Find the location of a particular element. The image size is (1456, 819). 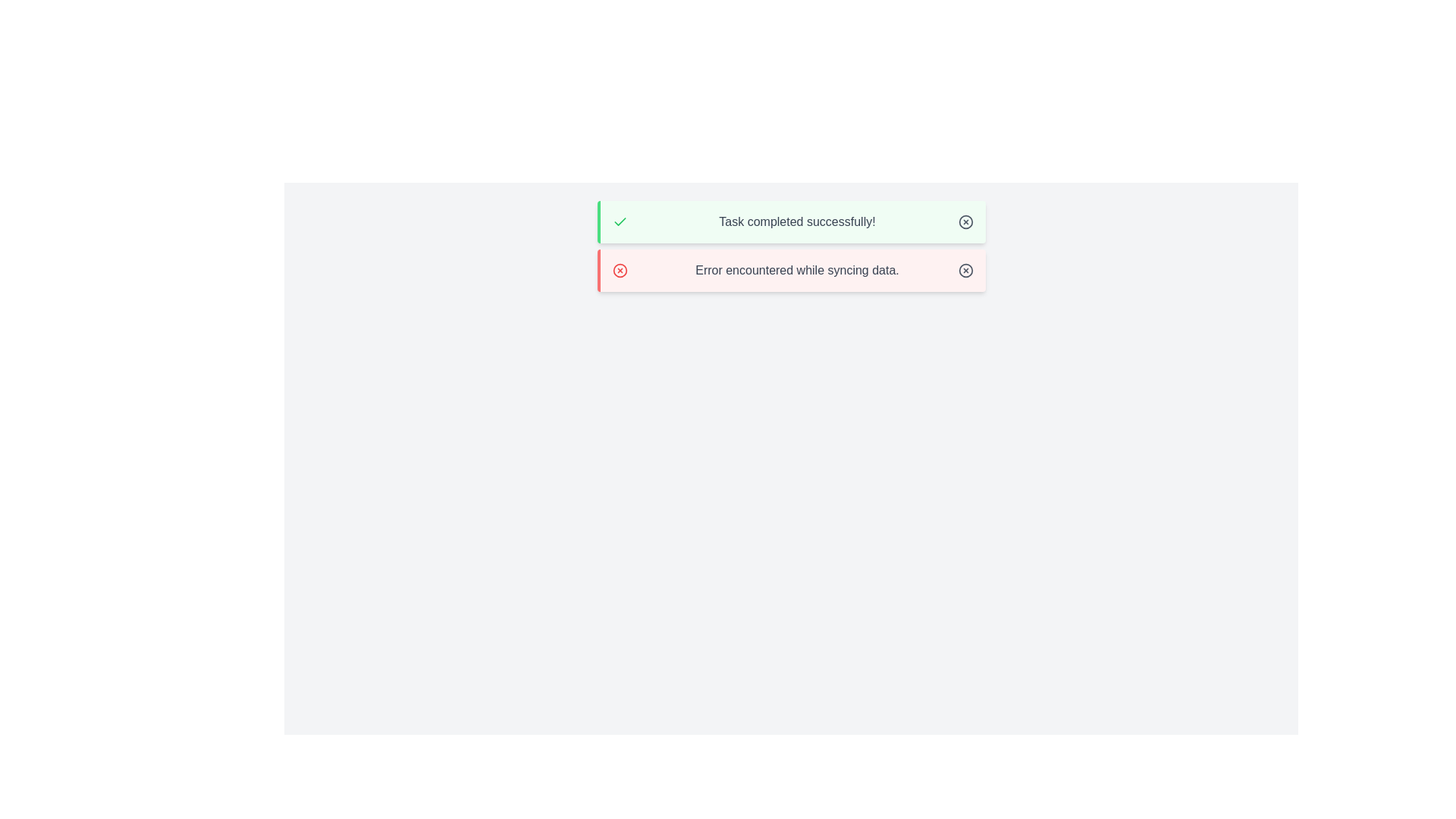

the SVG checkmark icon indicating successful task completion, located within the green notification panel next to the message 'Task completed successfully!' is located at coordinates (620, 221).